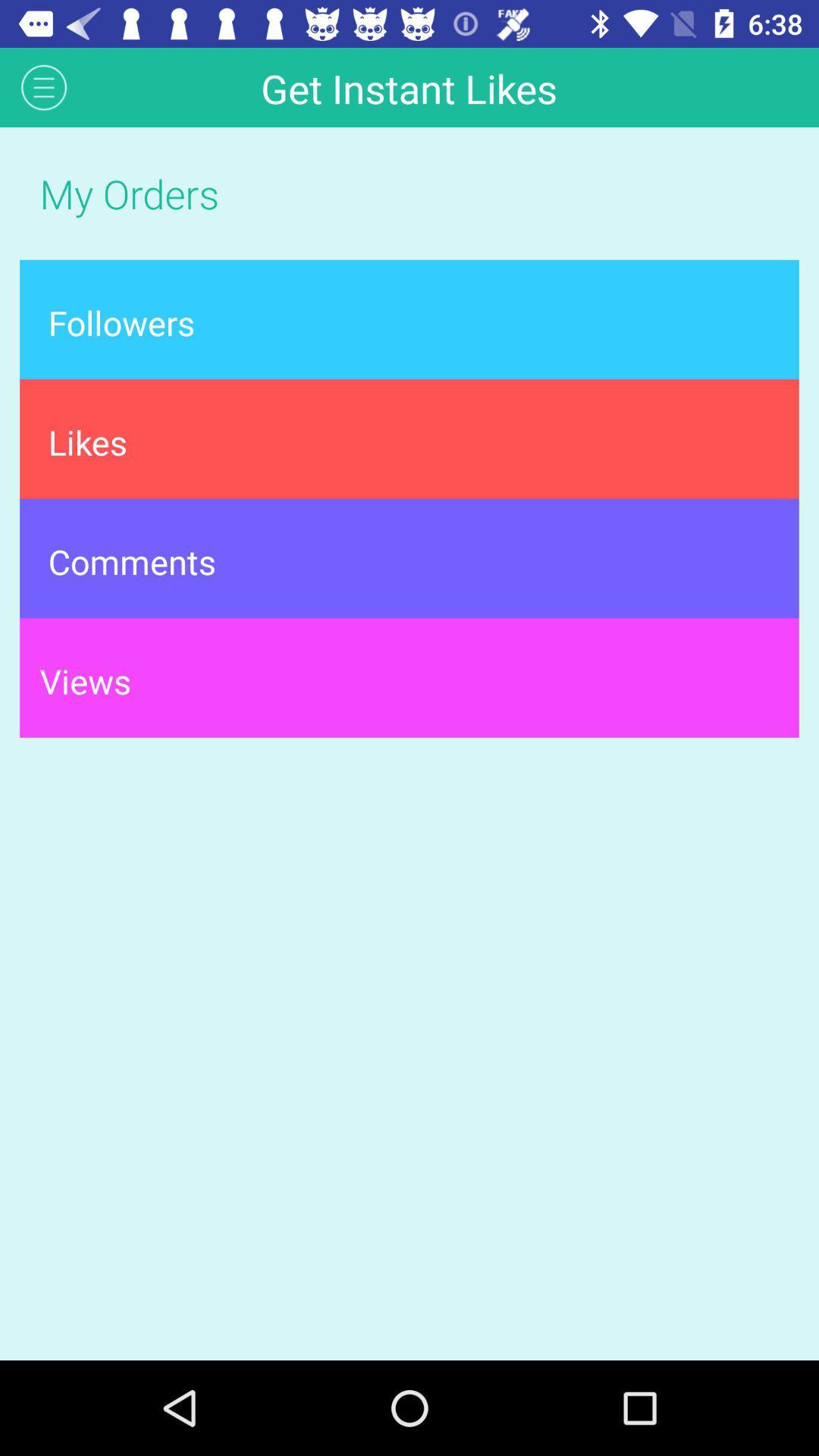  What do you see at coordinates (409, 557) in the screenshot?
I see `the  comments item` at bounding box center [409, 557].